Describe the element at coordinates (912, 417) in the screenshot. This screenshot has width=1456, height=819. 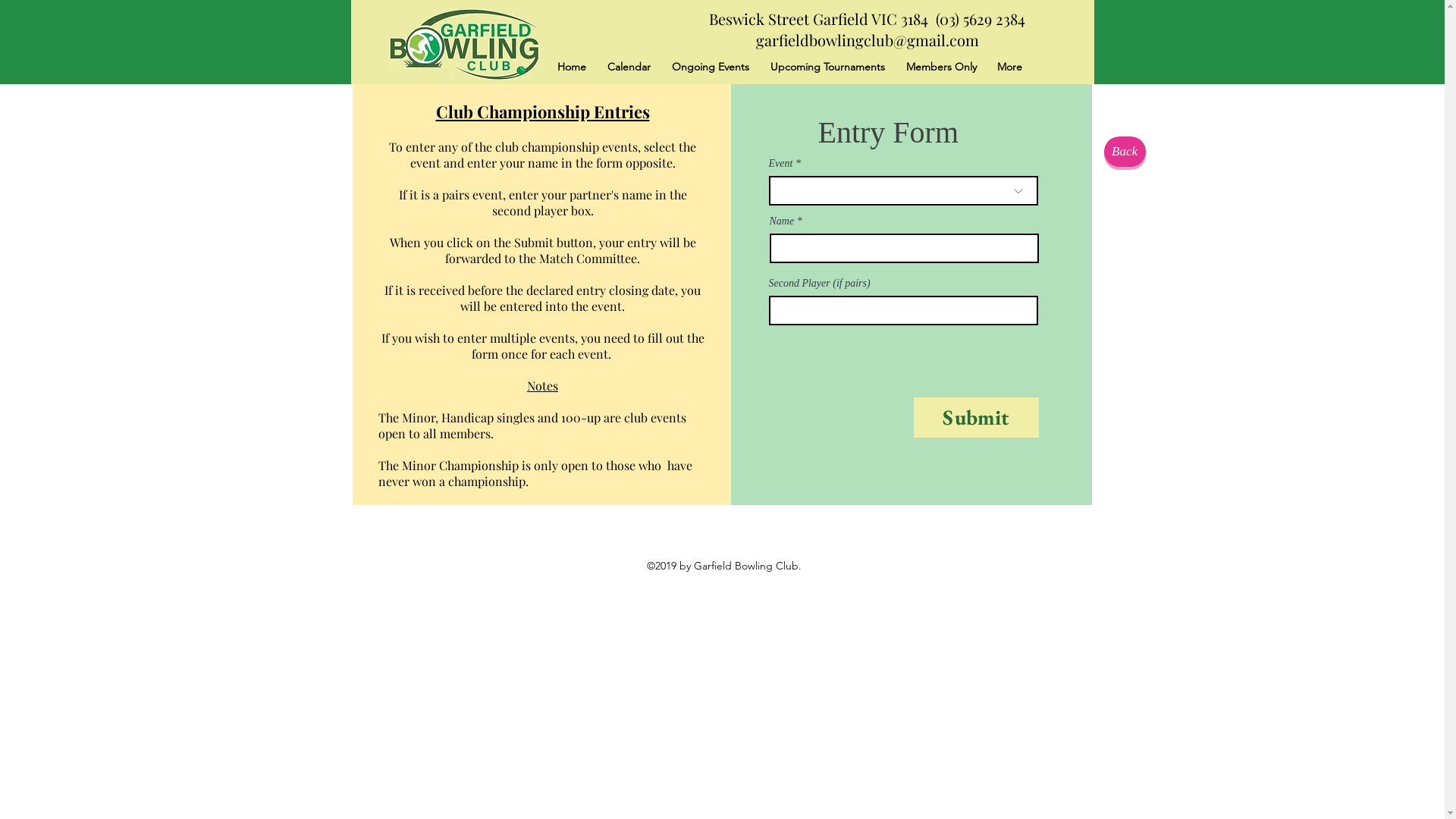
I see `'Submit'` at that location.